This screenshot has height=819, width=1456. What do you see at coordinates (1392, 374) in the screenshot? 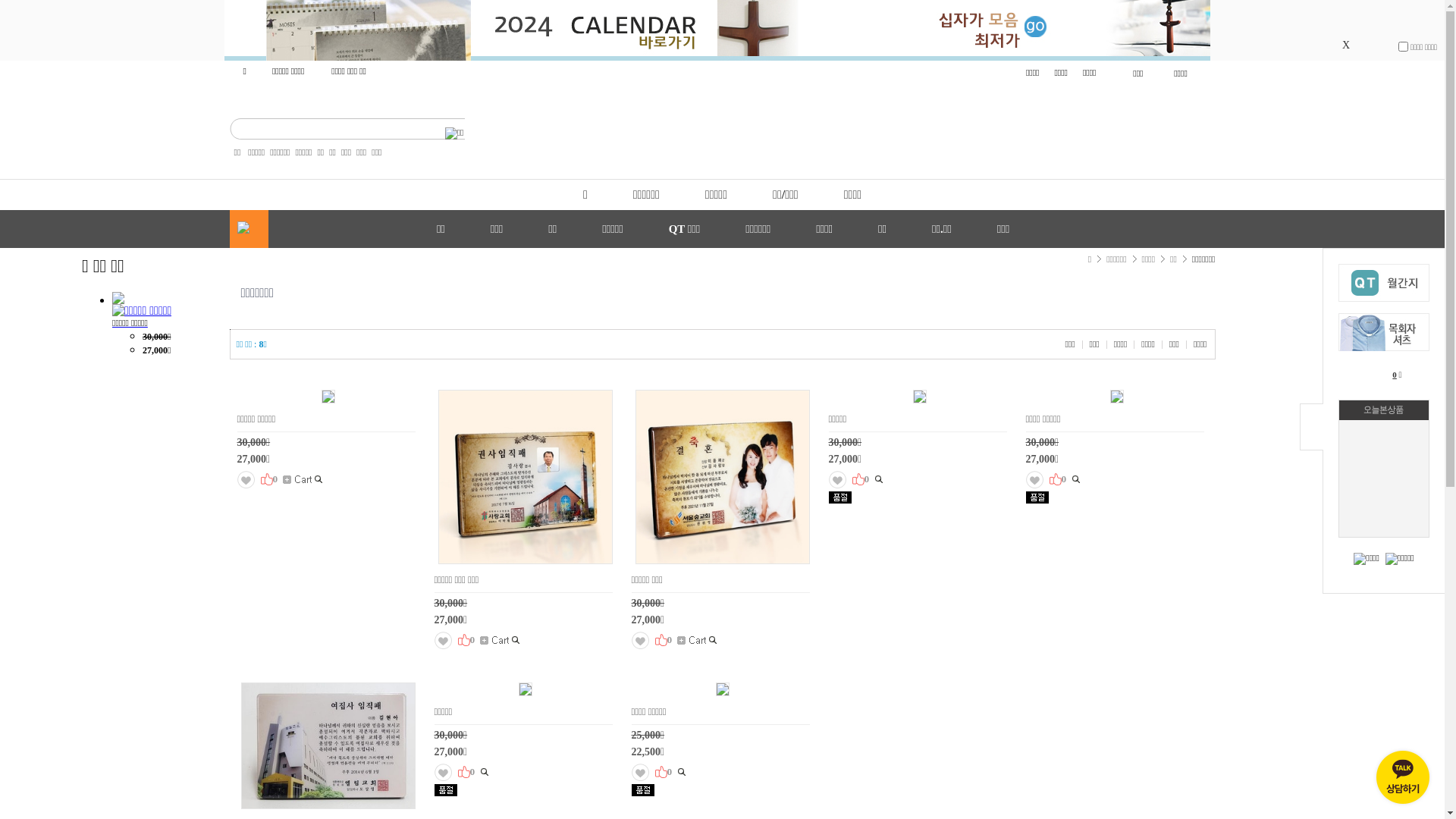
I see `'0'` at bounding box center [1392, 374].